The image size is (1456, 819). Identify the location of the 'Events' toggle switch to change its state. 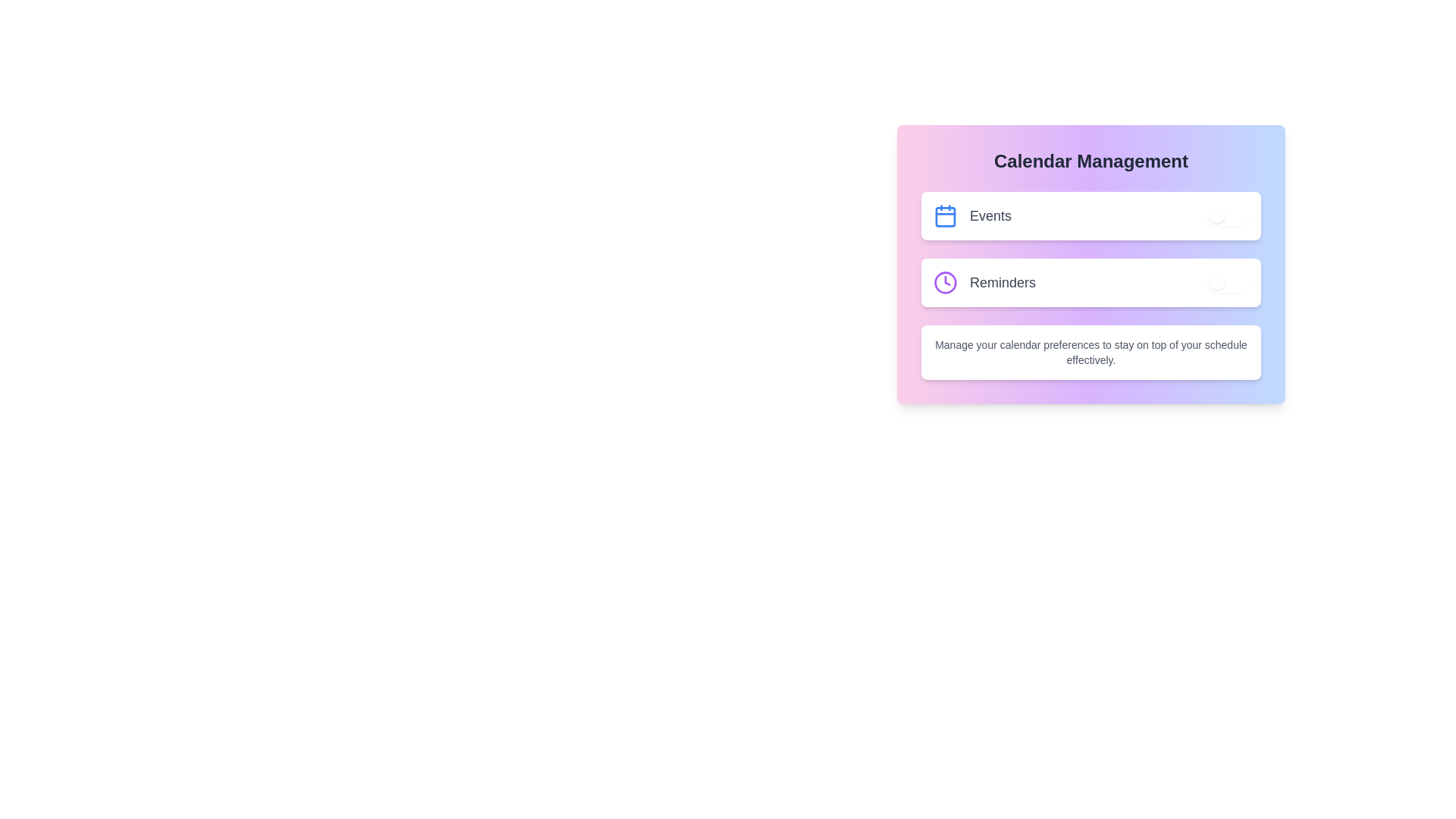
(1227, 216).